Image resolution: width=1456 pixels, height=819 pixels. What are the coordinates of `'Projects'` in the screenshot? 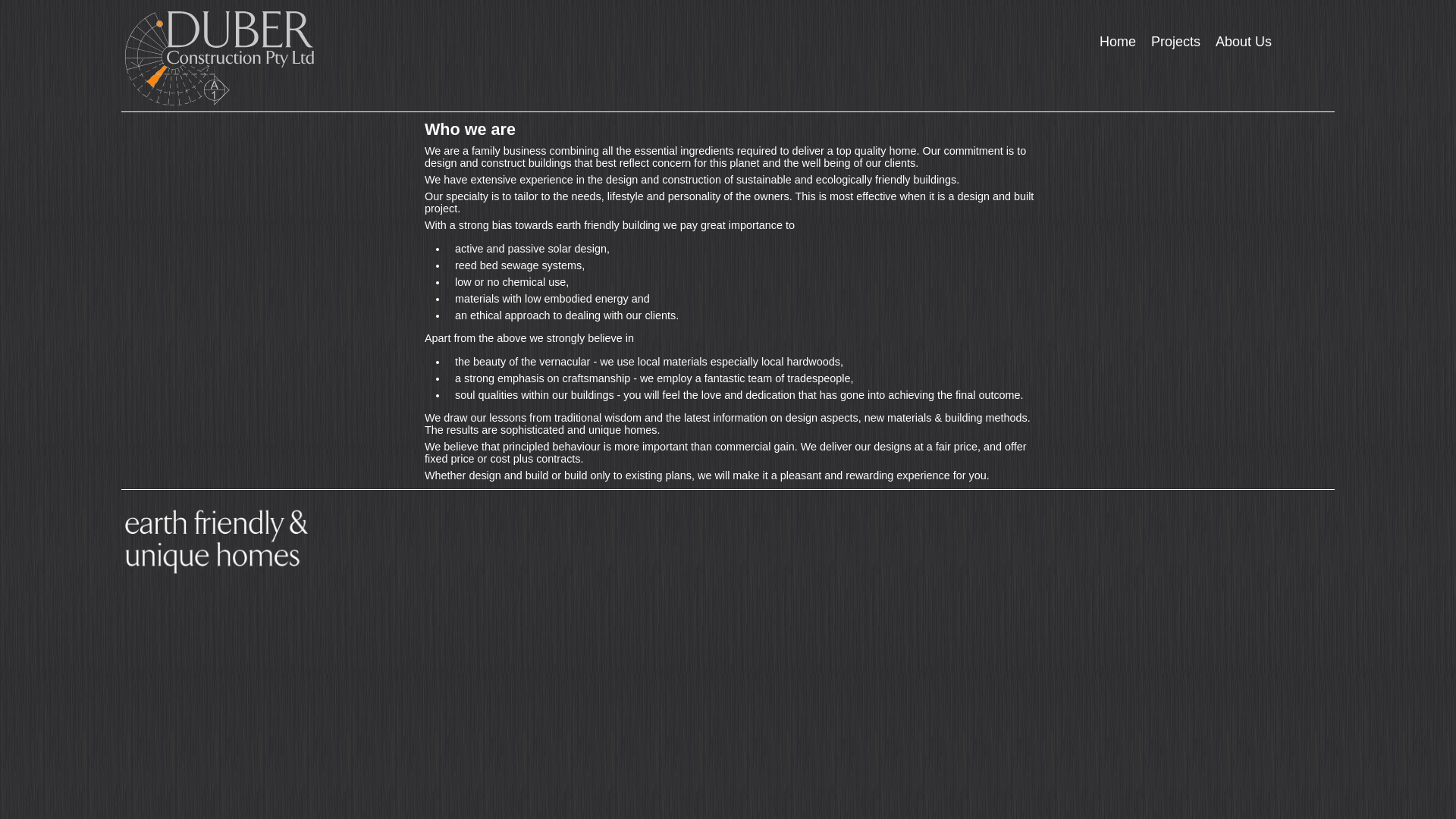 It's located at (1175, 41).